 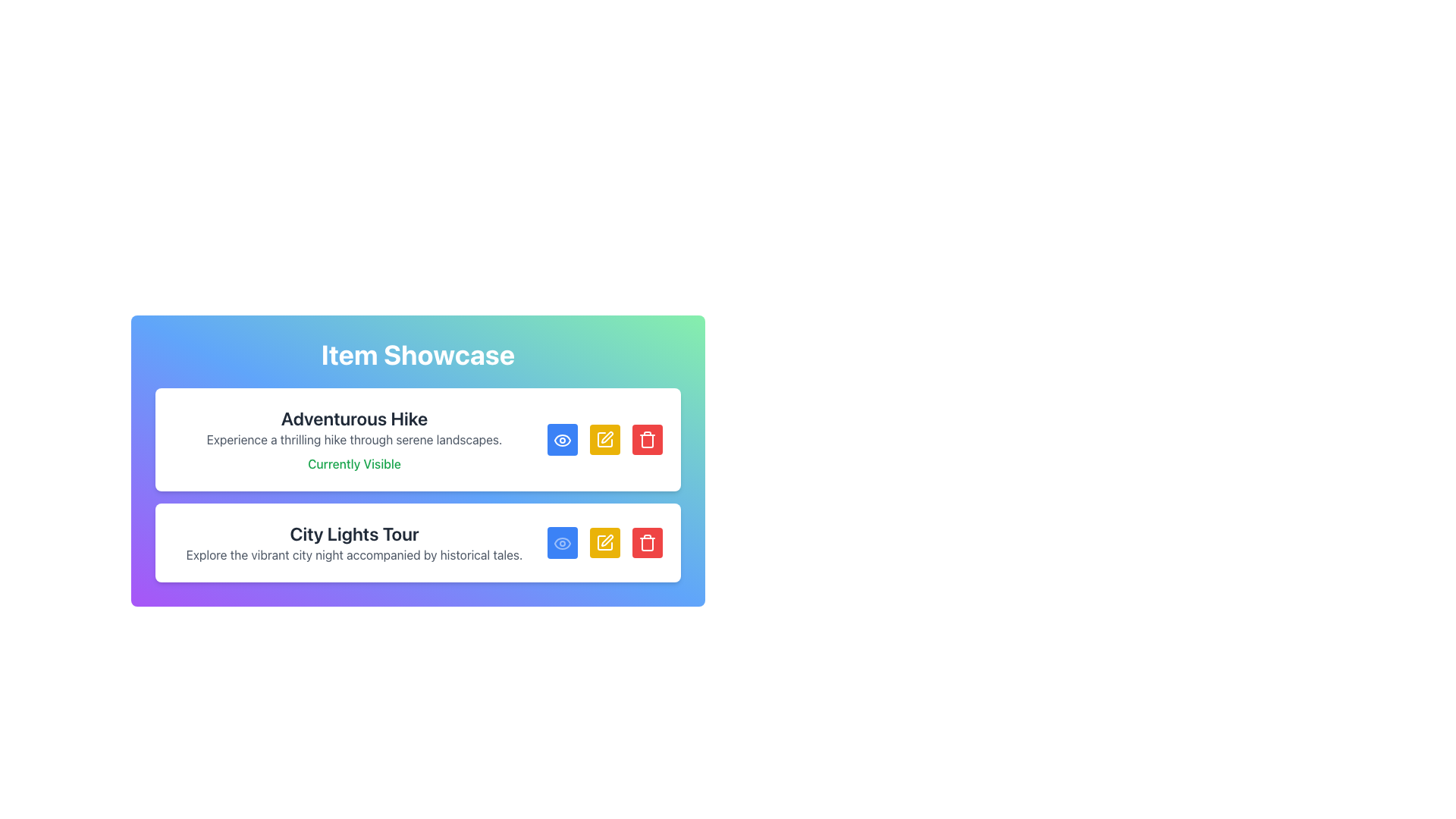 What do you see at coordinates (418, 485) in the screenshot?
I see `the content block that displays detailed information about an item, located below the title 'Adventurous Hike'` at bounding box center [418, 485].